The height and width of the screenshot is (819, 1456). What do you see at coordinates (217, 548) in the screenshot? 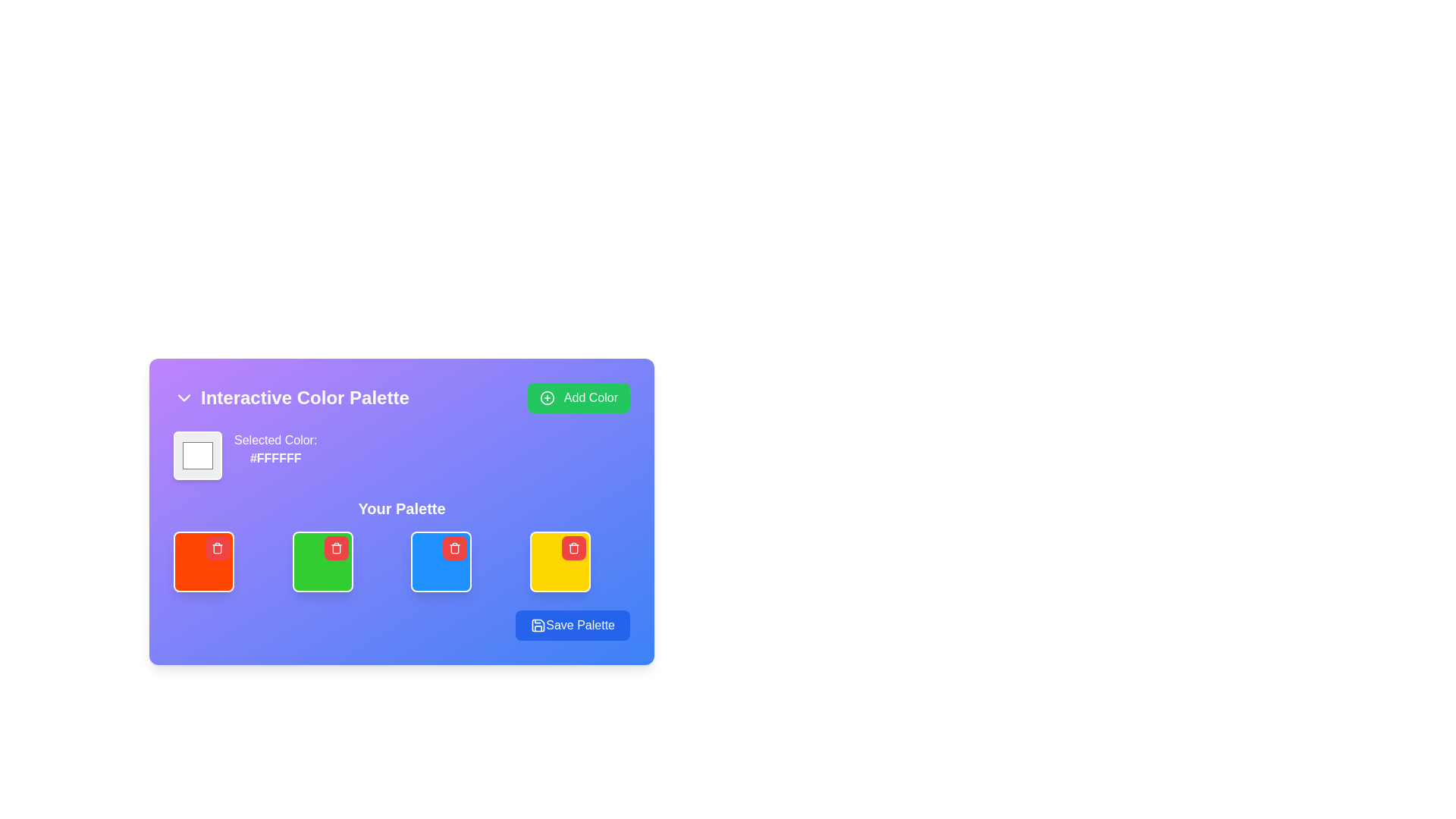
I see `the delete icon located in the top-right corner of the red-colored tile in 'Your Palette' using keyboard navigation` at bounding box center [217, 548].